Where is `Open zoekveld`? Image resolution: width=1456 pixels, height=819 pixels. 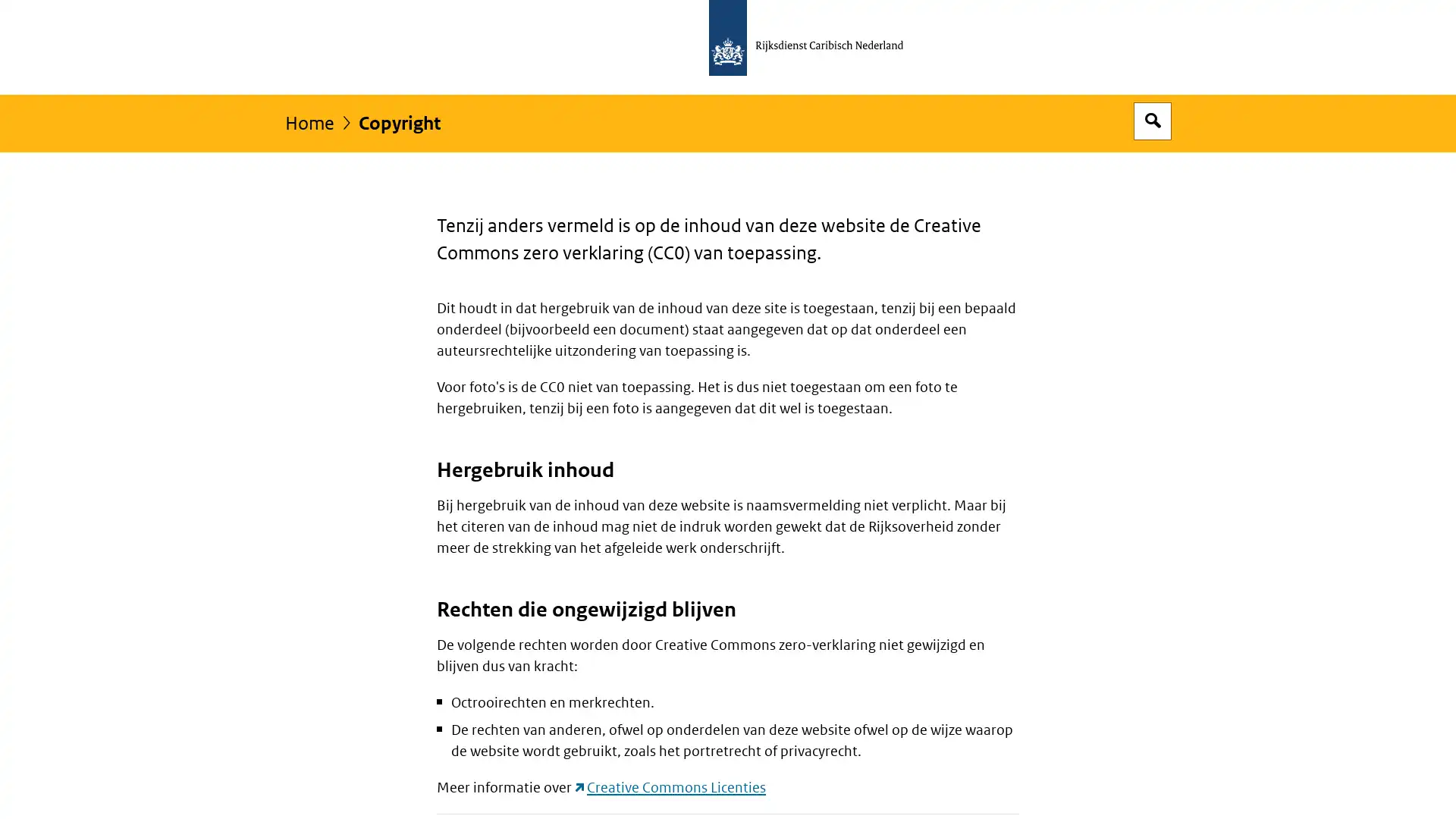 Open zoekveld is located at coordinates (1153, 120).